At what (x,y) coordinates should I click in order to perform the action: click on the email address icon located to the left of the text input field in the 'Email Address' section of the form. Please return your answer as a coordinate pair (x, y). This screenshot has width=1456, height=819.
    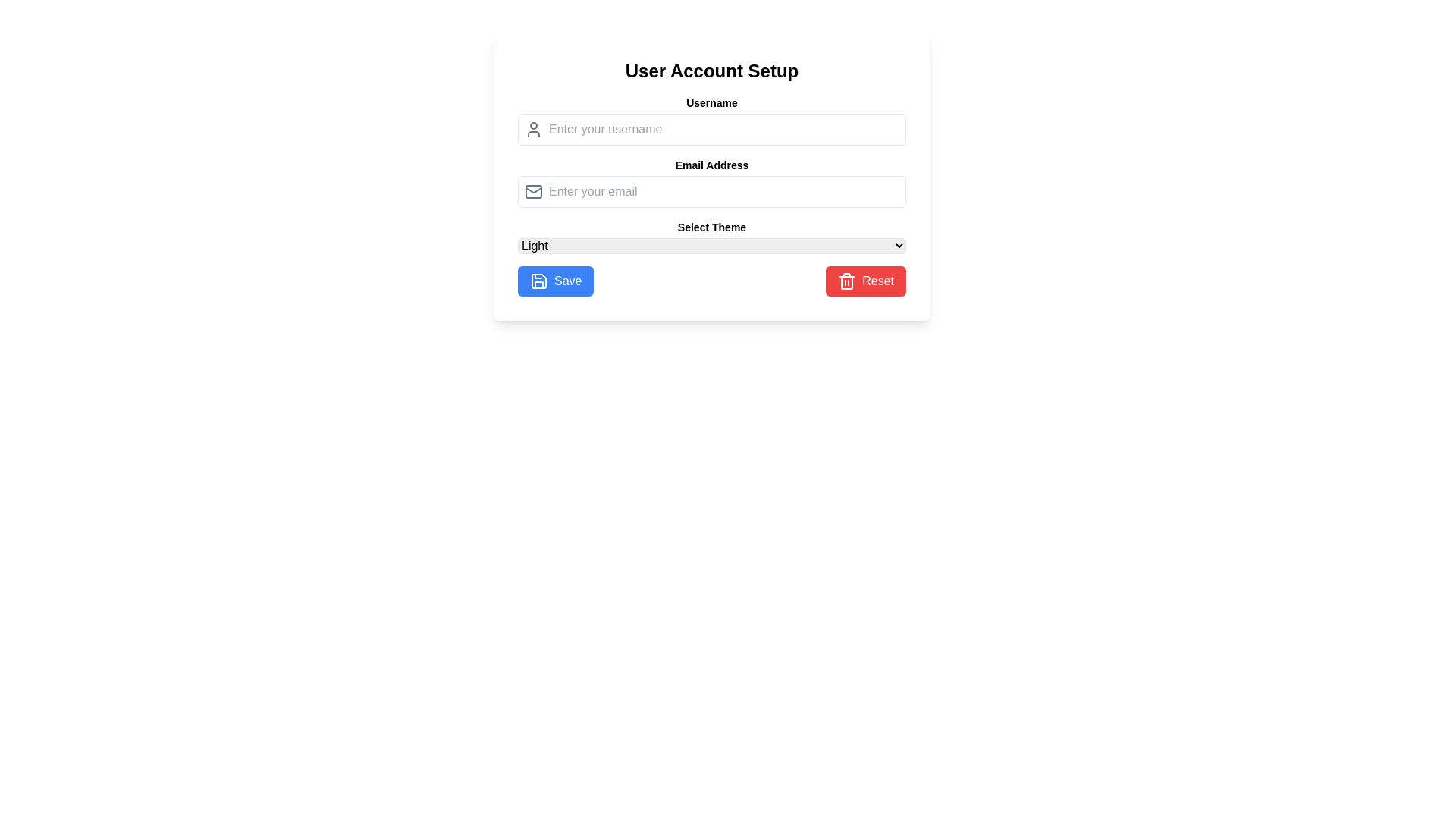
    Looking at the image, I should click on (534, 191).